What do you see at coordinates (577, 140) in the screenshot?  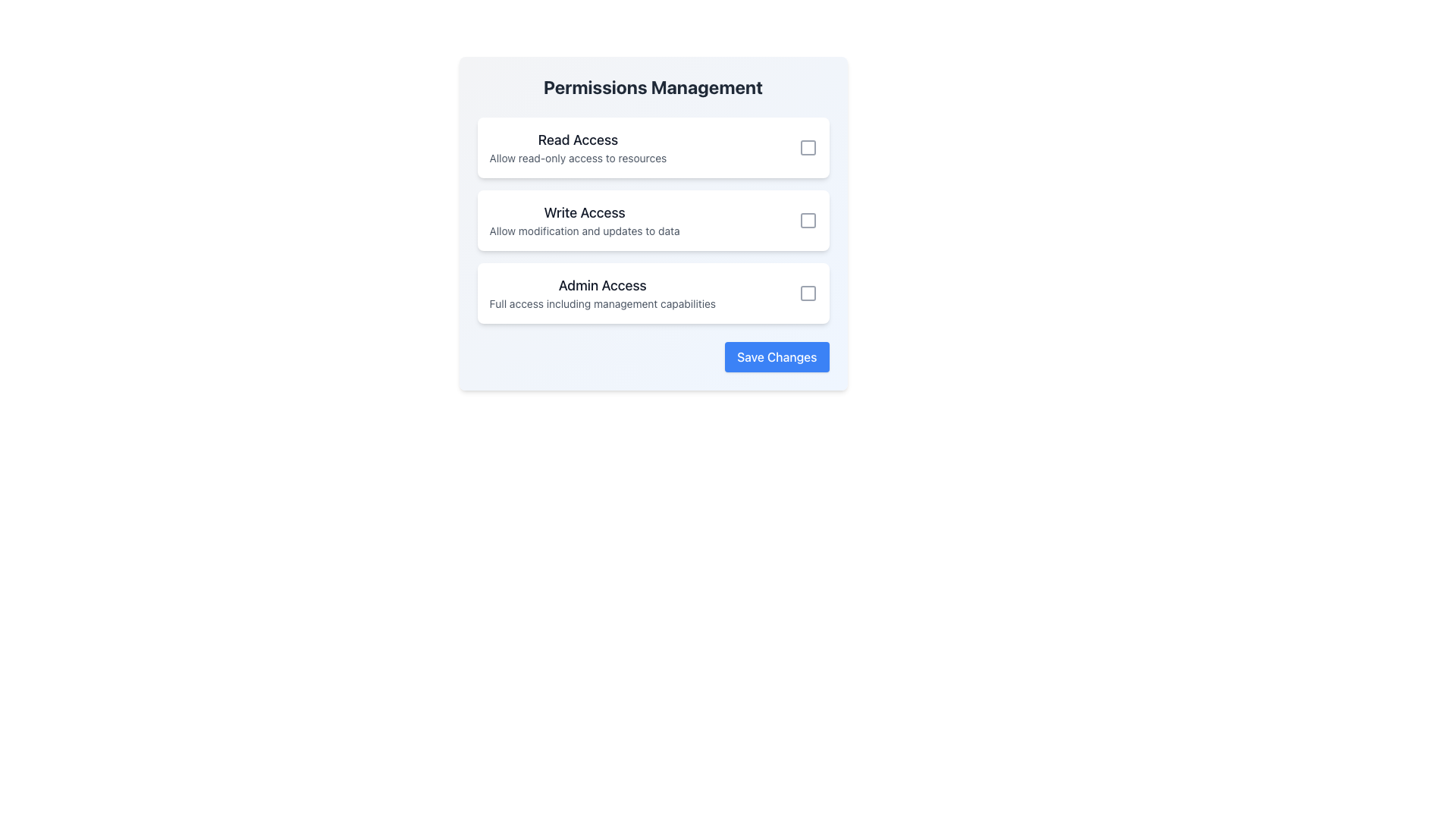 I see `the 'Read Access' text label, which is styled with a larger font size and bold weight, located at the top left corner of the Permissions Management section` at bounding box center [577, 140].